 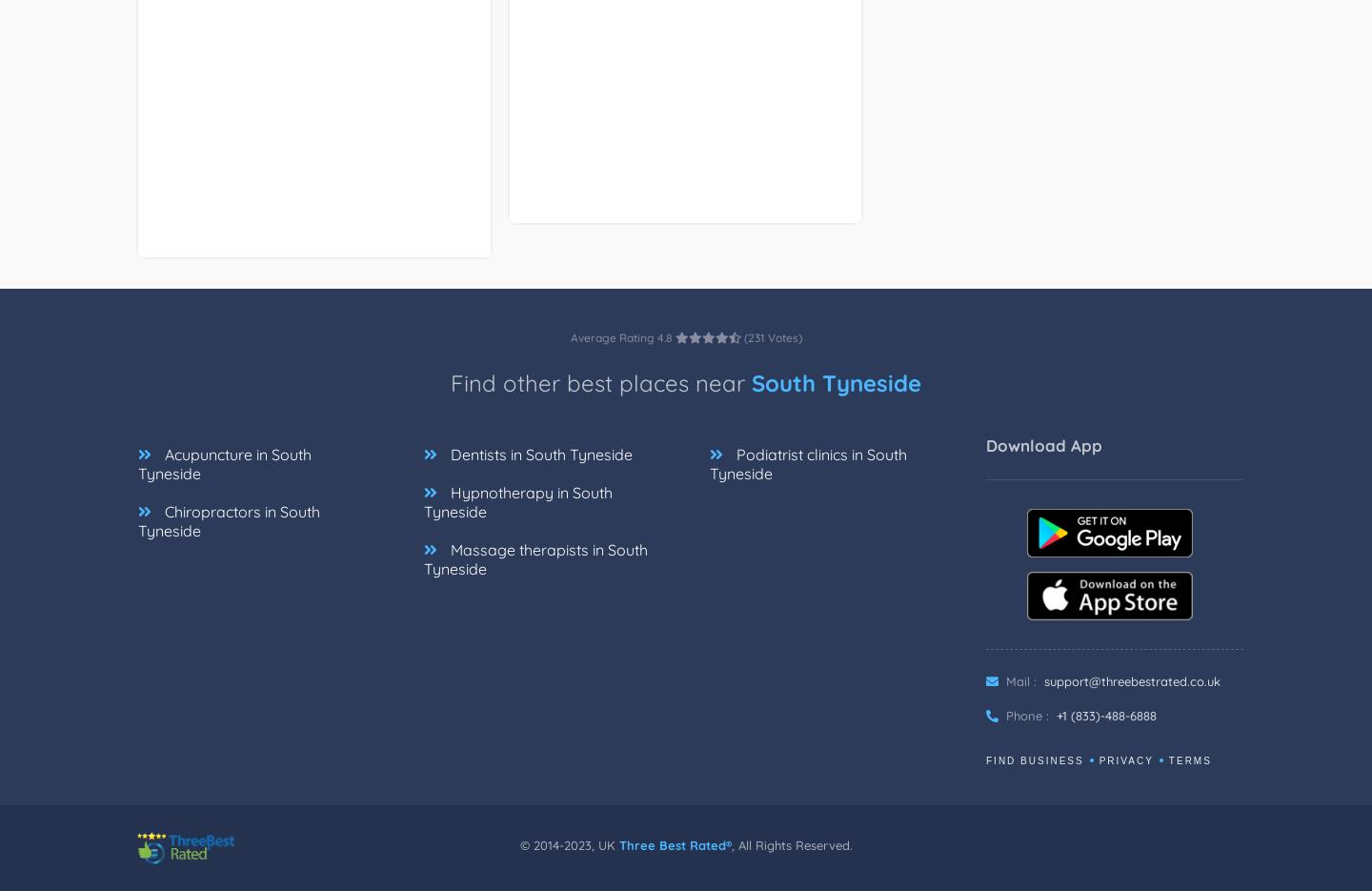 What do you see at coordinates (1042, 679) in the screenshot?
I see `'support@threebestrated.co.uk'` at bounding box center [1042, 679].